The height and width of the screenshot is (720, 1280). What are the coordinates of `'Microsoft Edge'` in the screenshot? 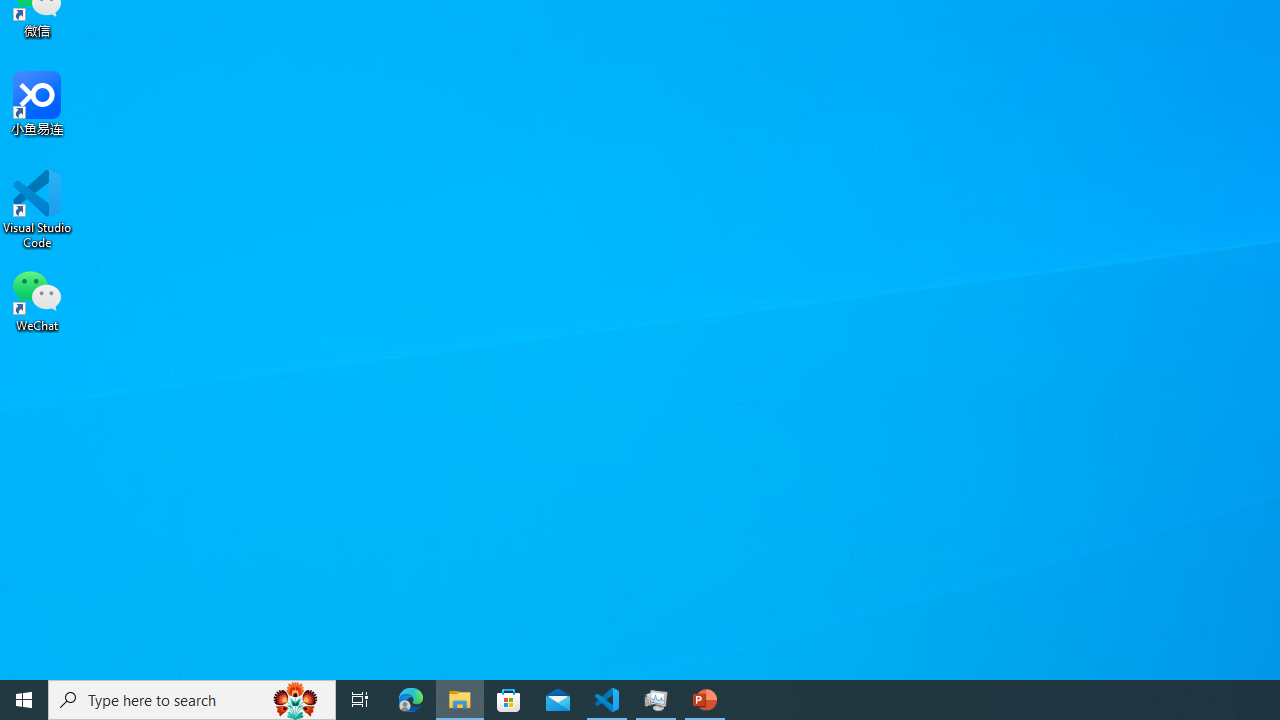 It's located at (410, 698).